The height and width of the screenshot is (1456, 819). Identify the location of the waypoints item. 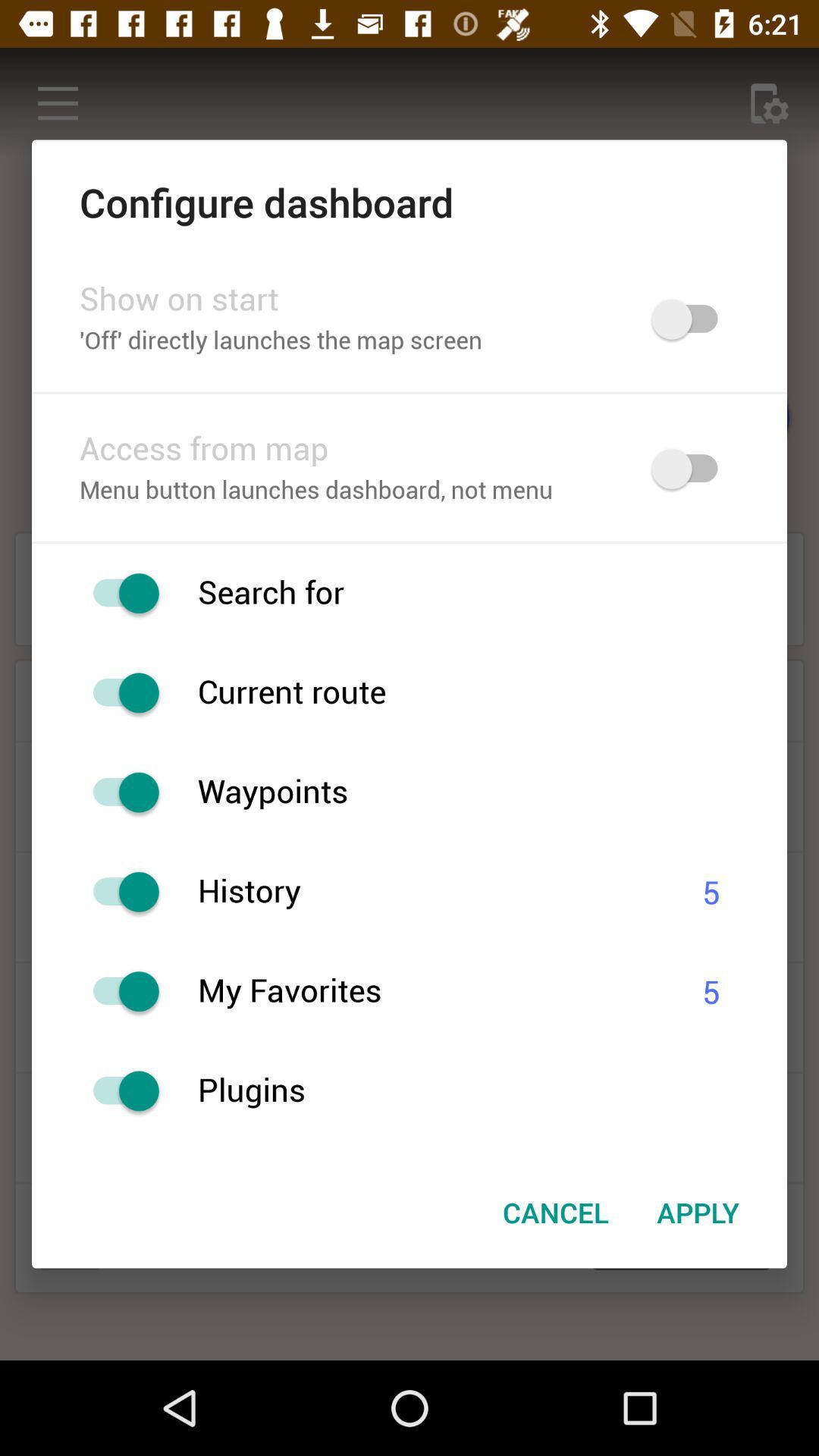
(492, 792).